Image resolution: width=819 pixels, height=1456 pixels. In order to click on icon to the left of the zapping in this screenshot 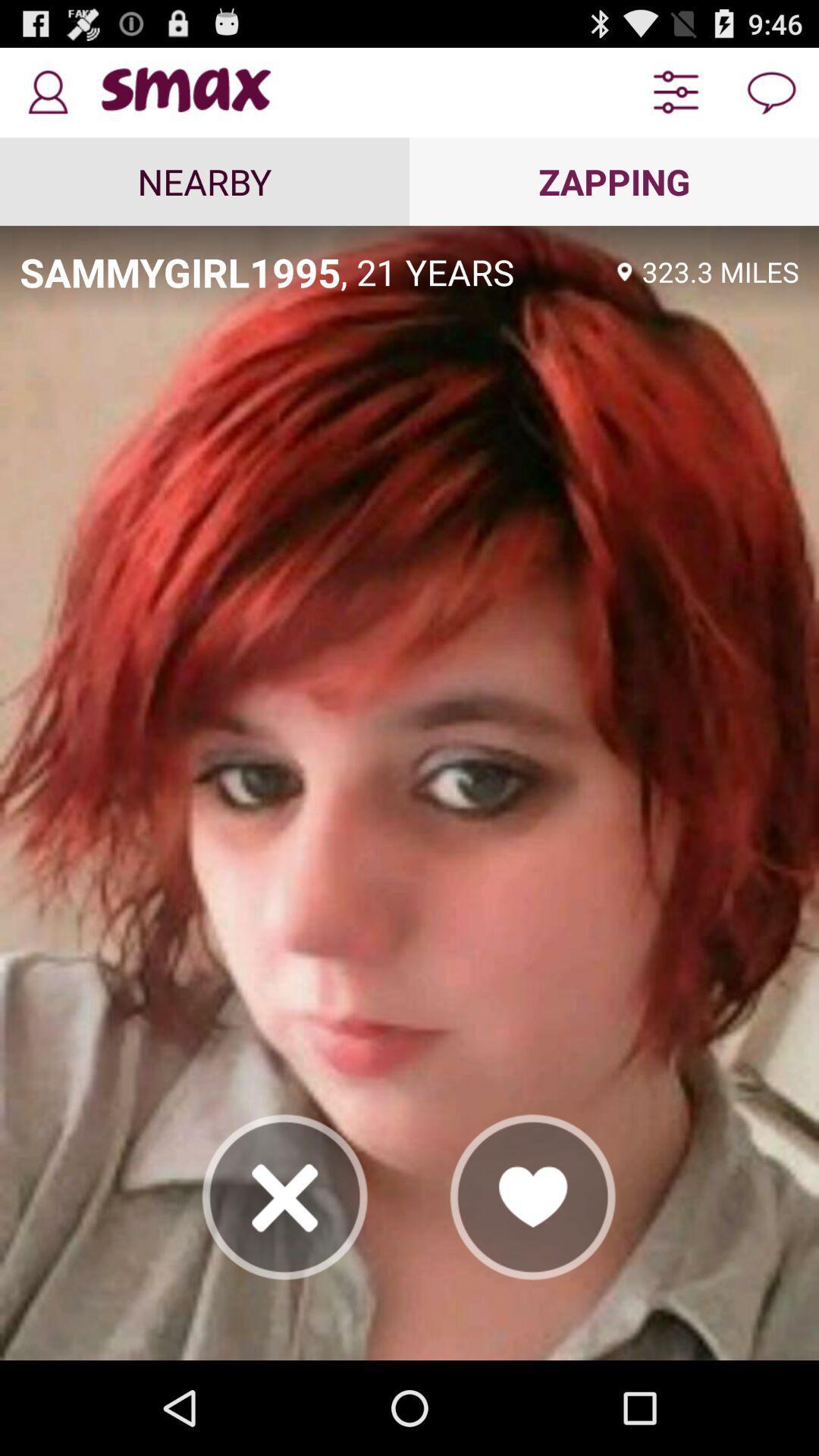, I will do `click(205, 181)`.